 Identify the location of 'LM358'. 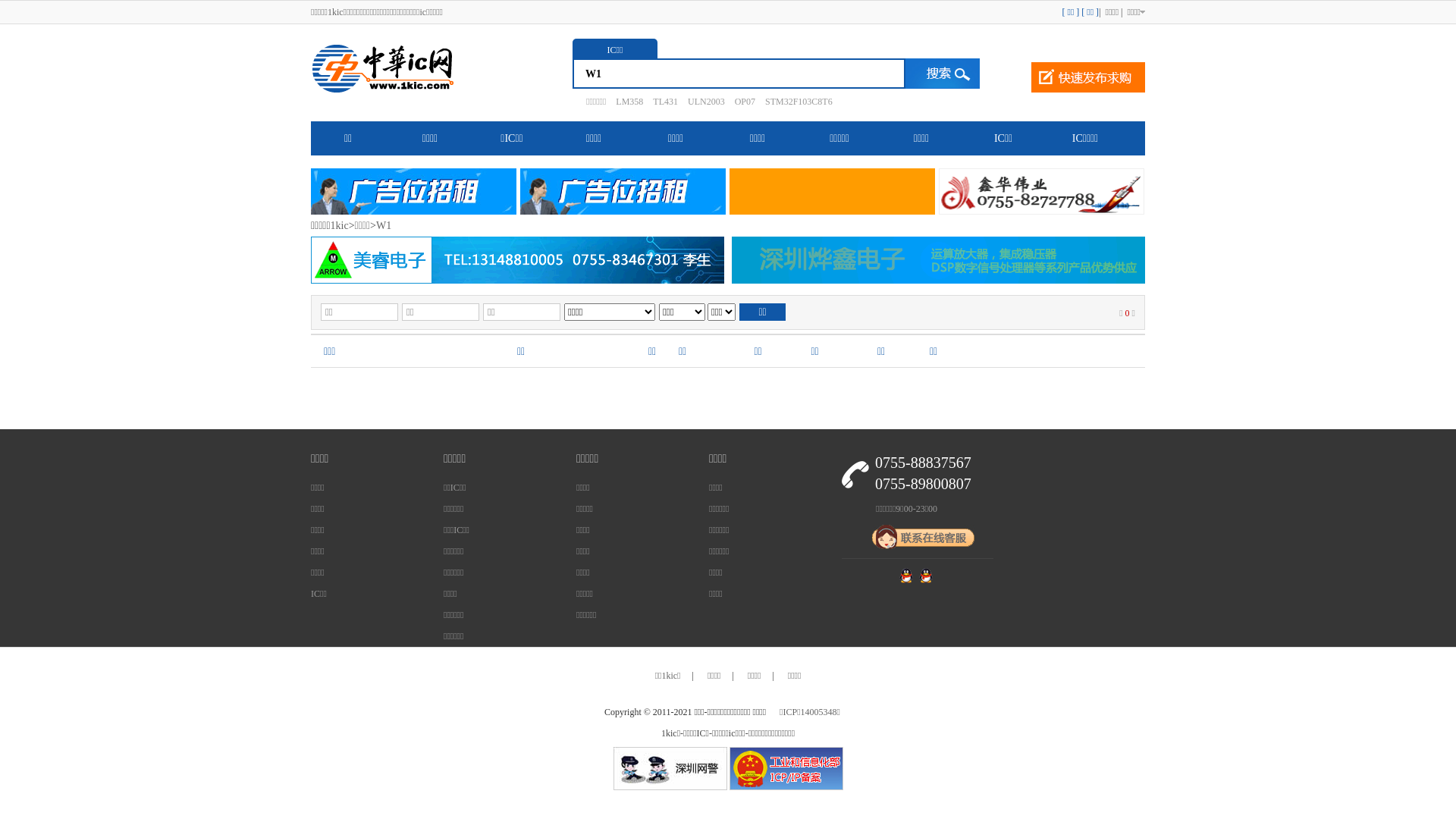
(607, 102).